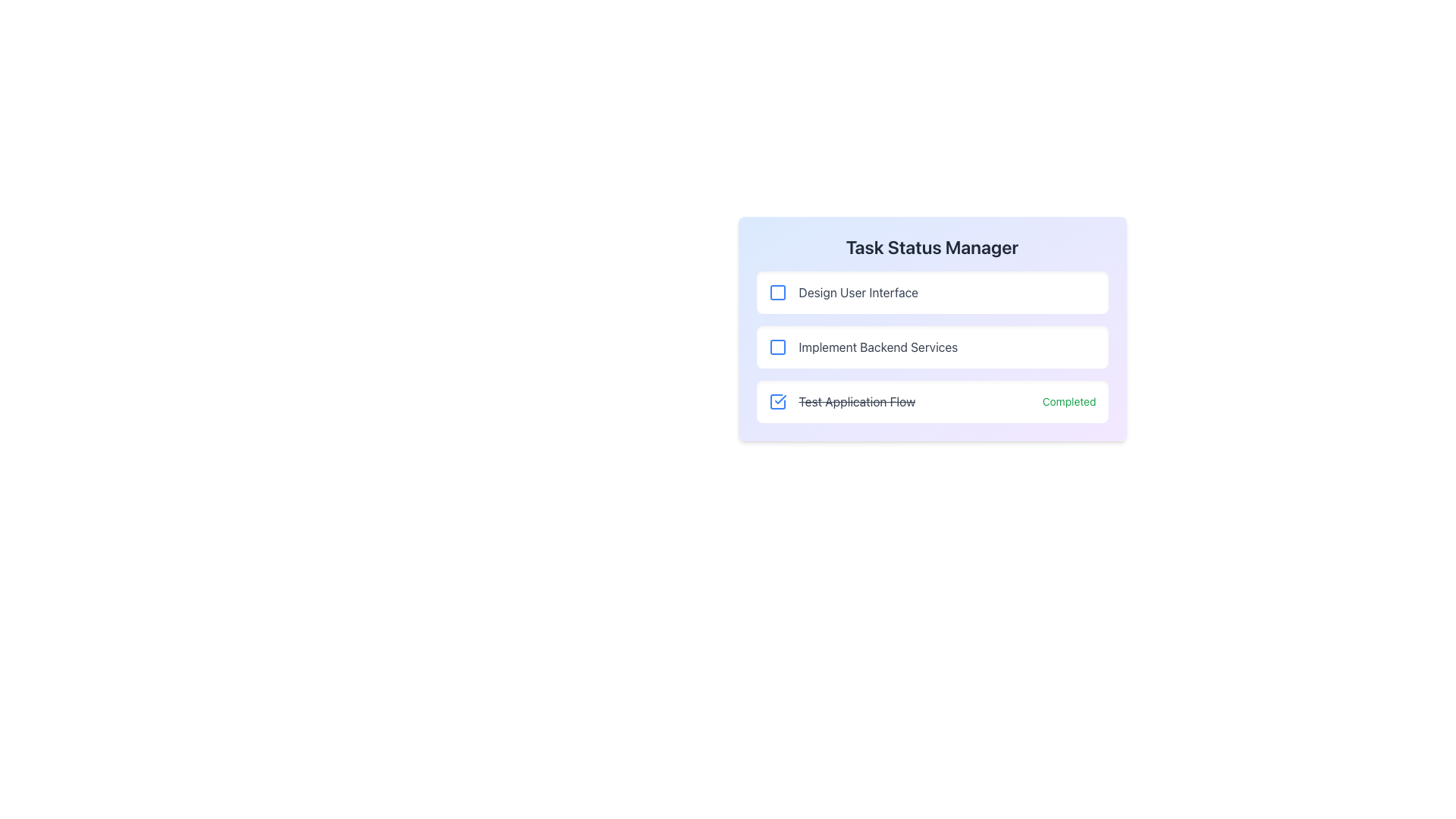  I want to click on the blue outlined checkbox with a rounded checkmark next to the grayed out text 'Test Application Flow', so click(777, 400).